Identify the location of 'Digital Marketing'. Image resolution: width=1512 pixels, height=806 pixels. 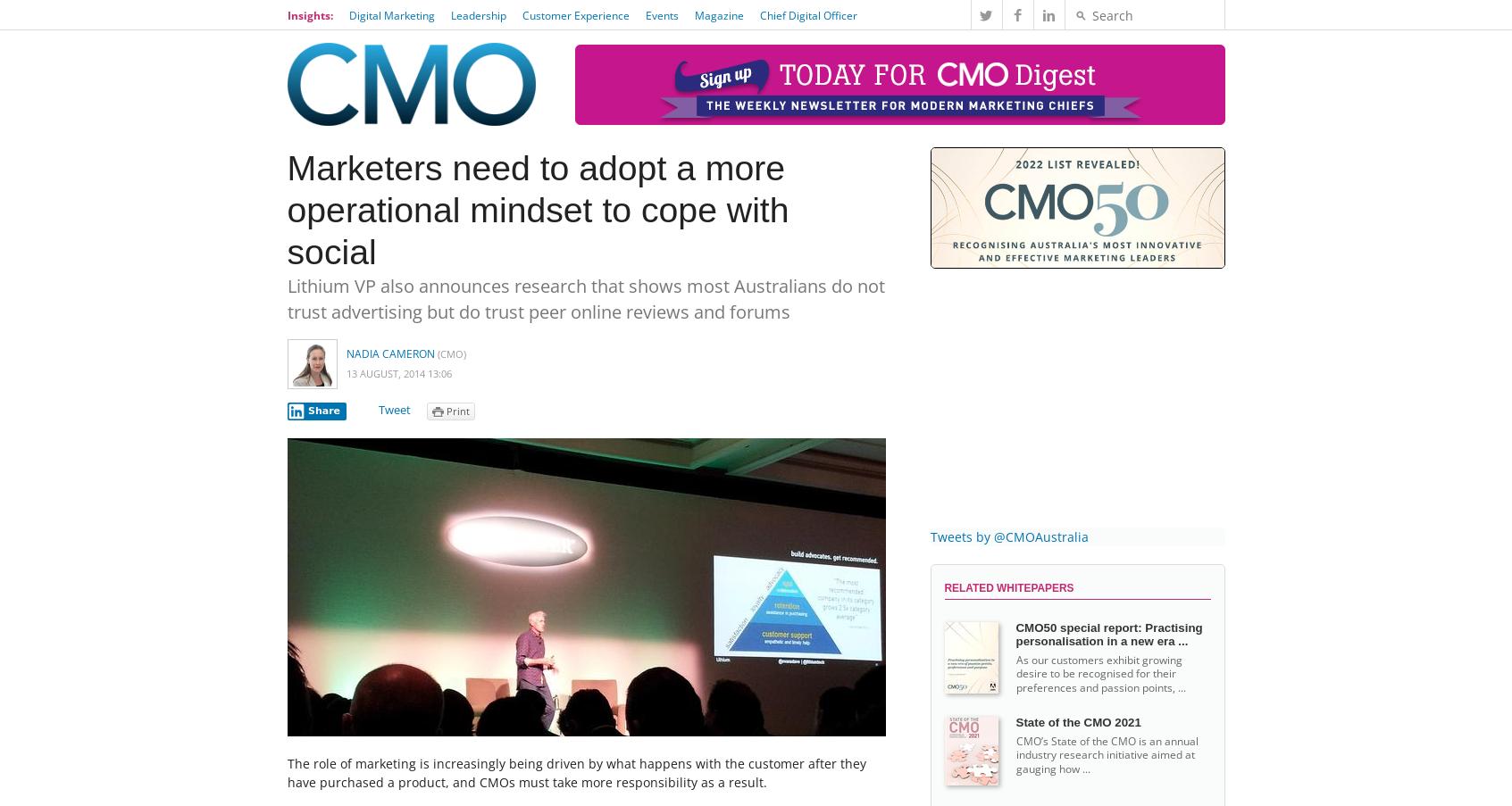
(389, 13).